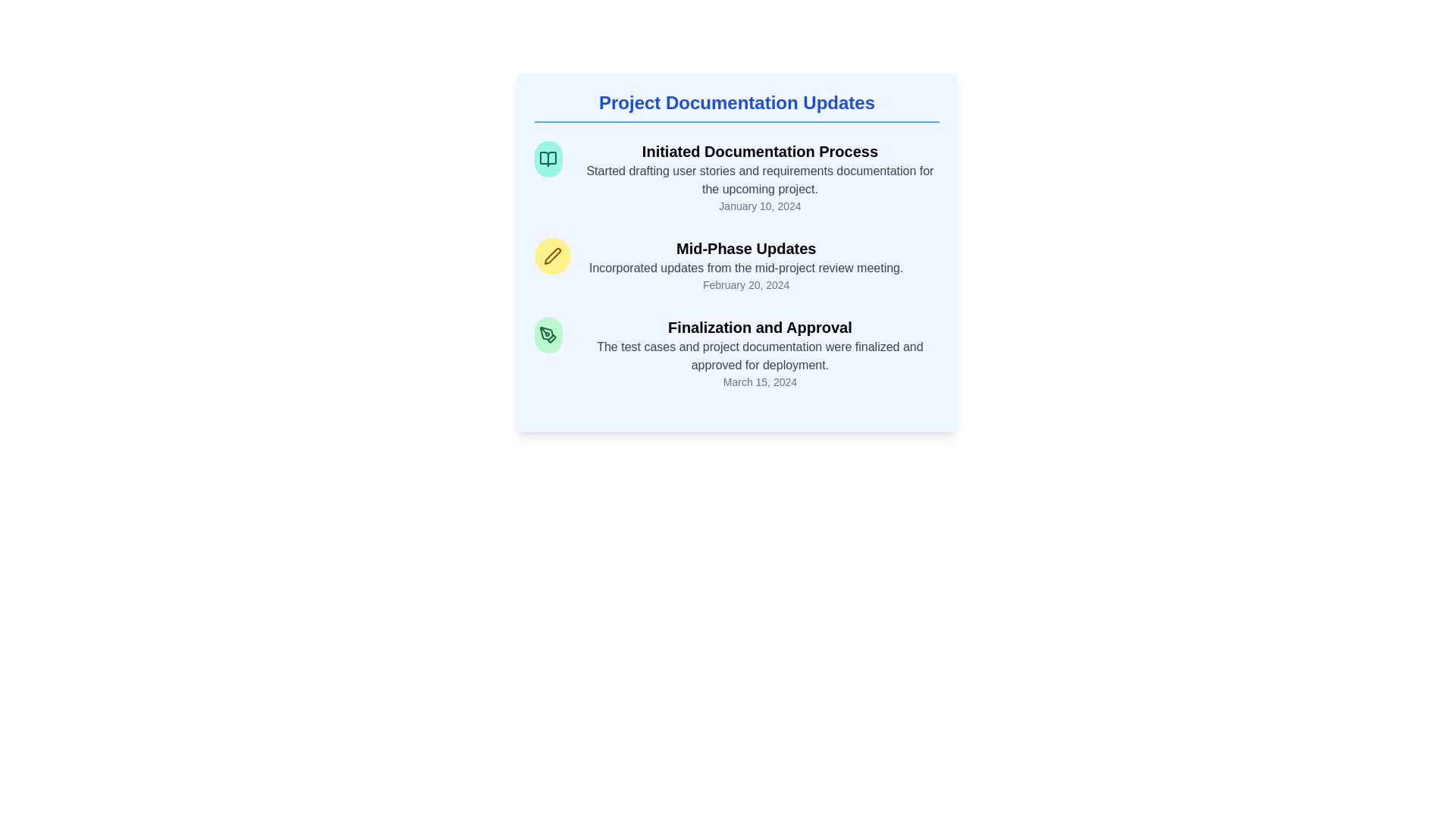  I want to click on descriptive label text that says 'Incorporated updates from the mid-project review meeting.', which is presented in a lighter gray tone and is located below the heading 'Mid-Phase Updates', so click(746, 268).